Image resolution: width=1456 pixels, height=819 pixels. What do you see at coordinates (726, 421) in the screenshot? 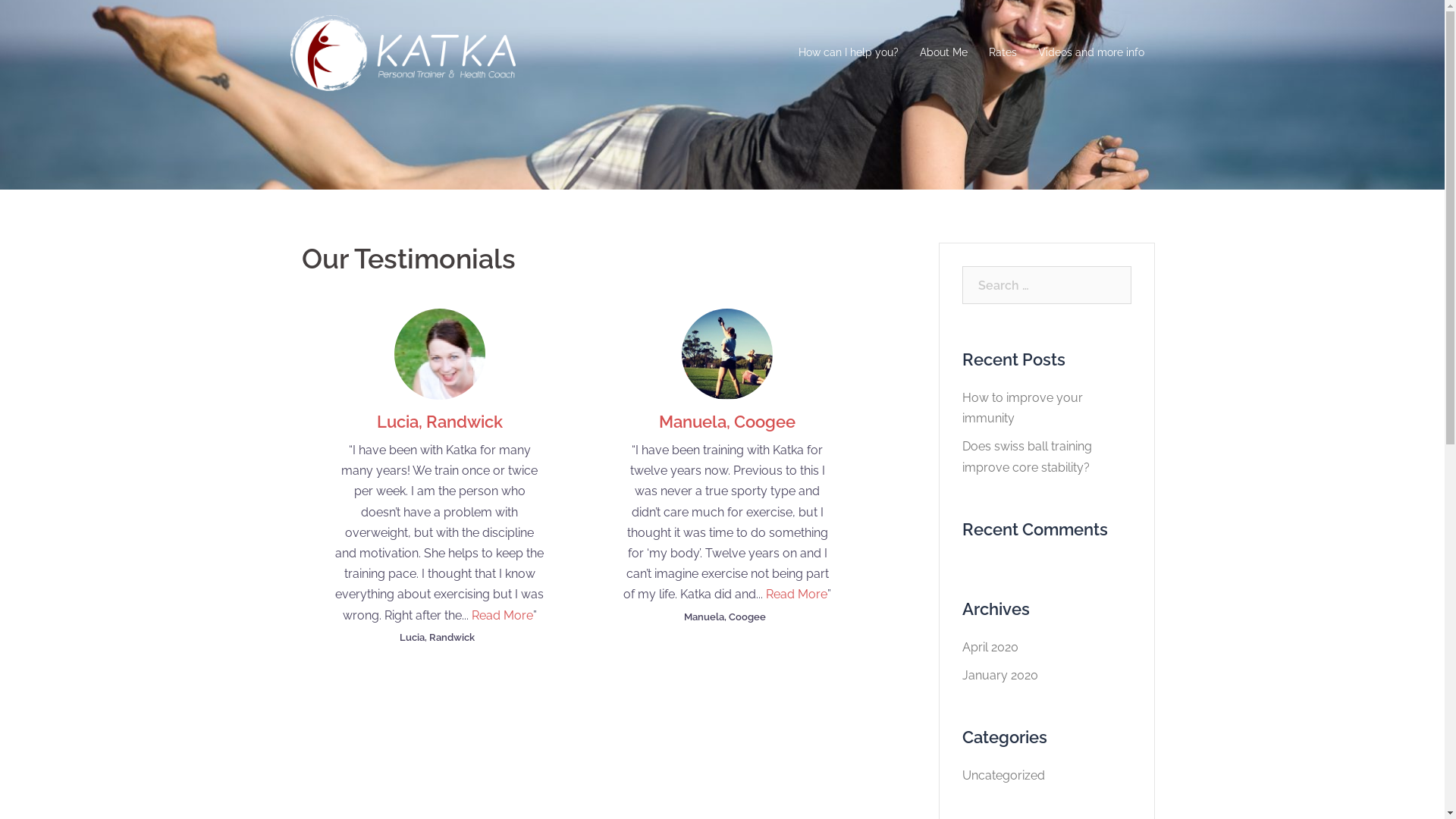
I see `'Manuela, Coogee'` at bounding box center [726, 421].